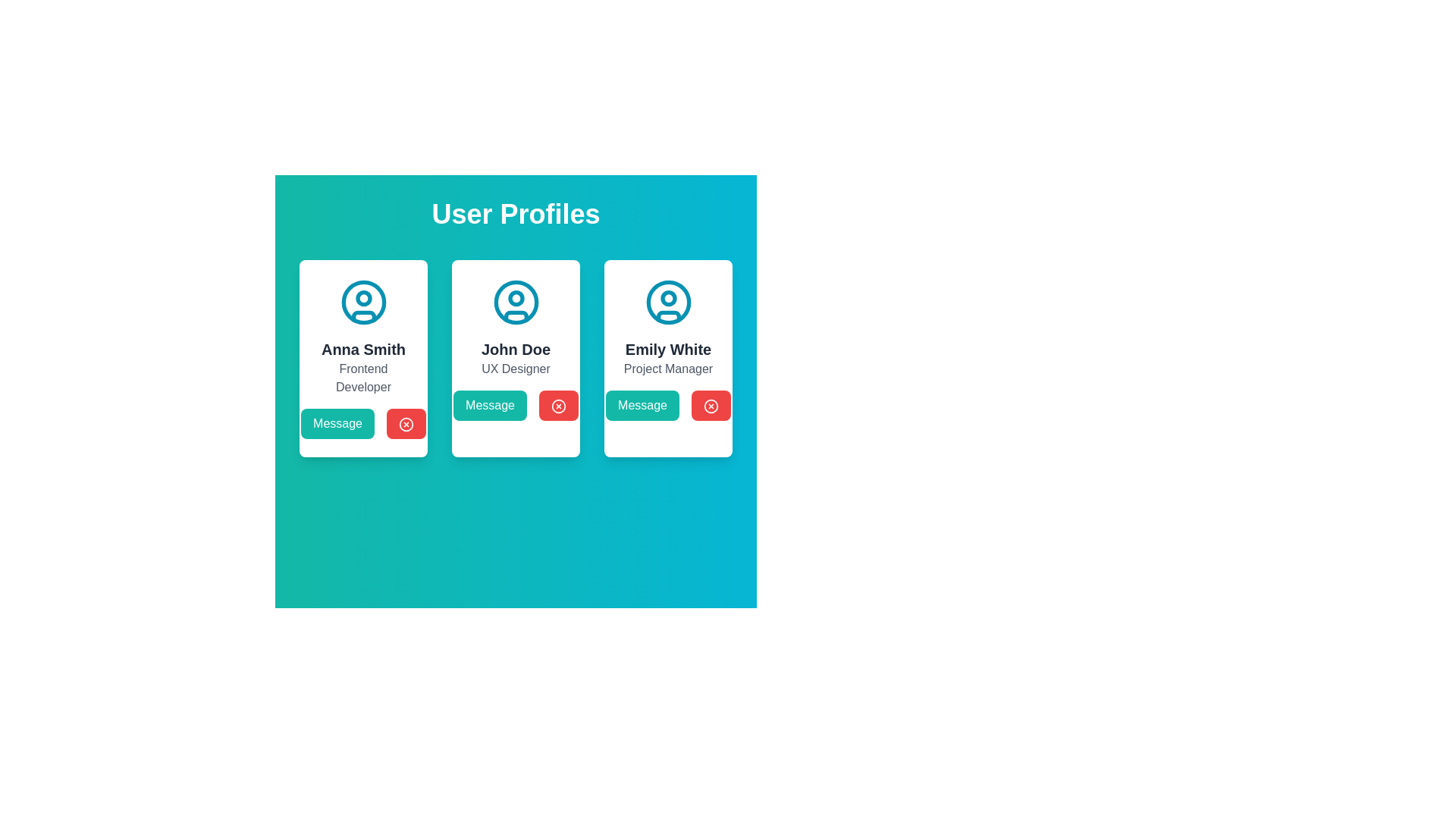 The width and height of the screenshot is (1456, 819). What do you see at coordinates (516, 369) in the screenshot?
I see `the Text Label displaying the job title for the user profile, which is located in the second card from the left, directly below 'John Doe' and above the 'Message' button` at bounding box center [516, 369].